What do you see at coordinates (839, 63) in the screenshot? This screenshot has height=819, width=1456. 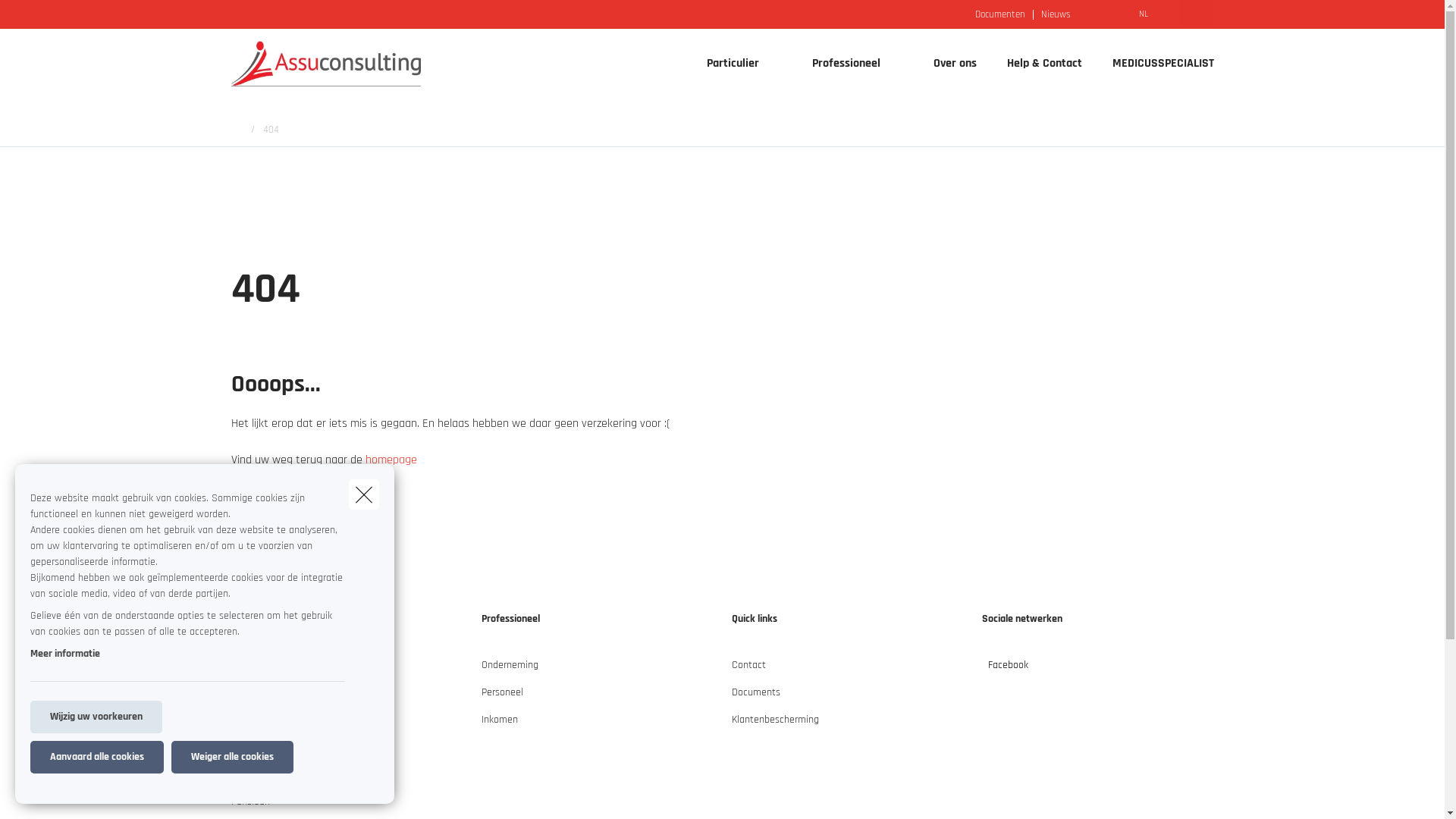 I see `'Professioneel'` at bounding box center [839, 63].